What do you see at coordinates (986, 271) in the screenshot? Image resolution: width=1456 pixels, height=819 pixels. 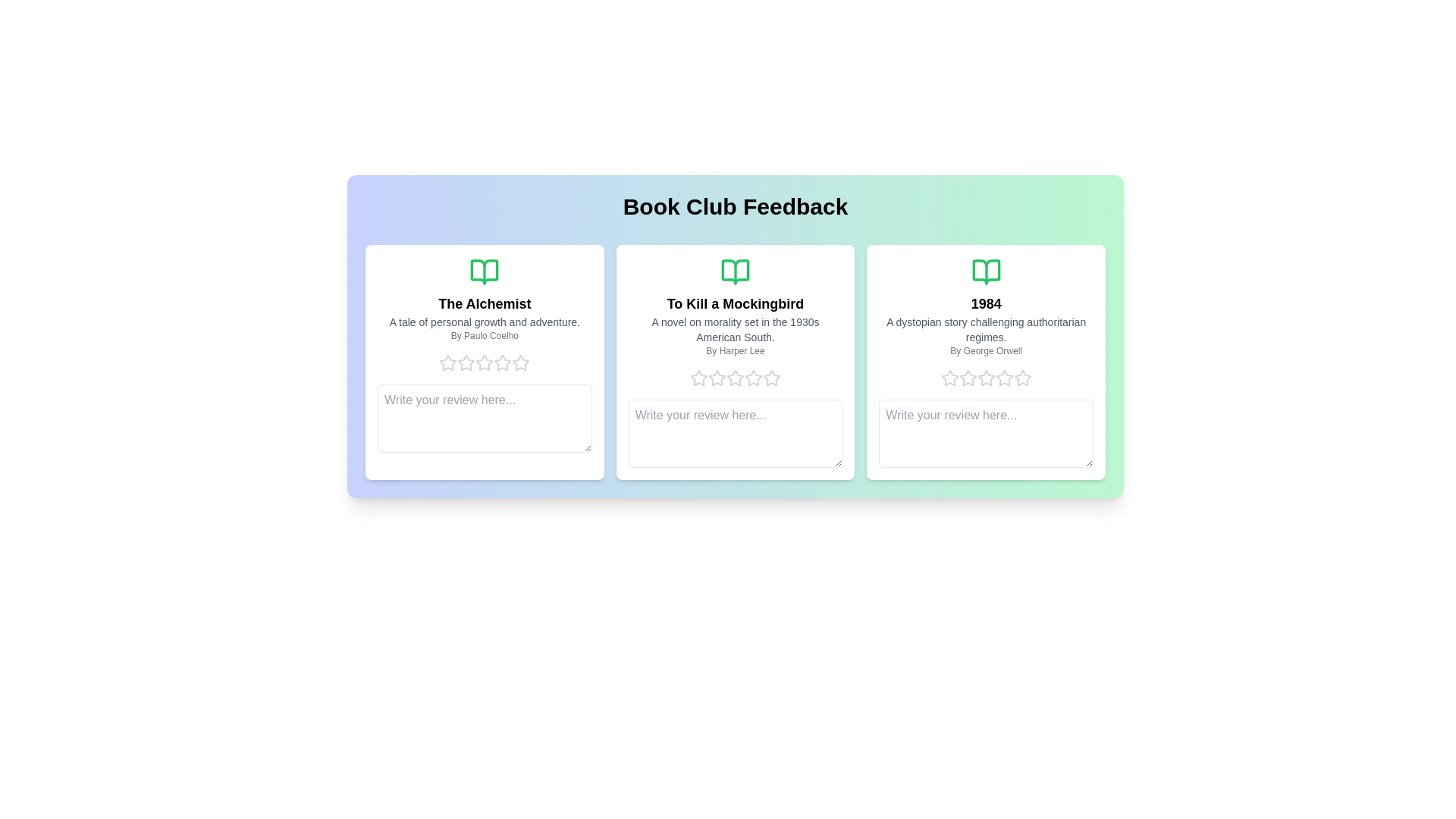 I see `the icon representing the book title '1984', which is located at the top of the card and centered horizontally just above the title` at bounding box center [986, 271].